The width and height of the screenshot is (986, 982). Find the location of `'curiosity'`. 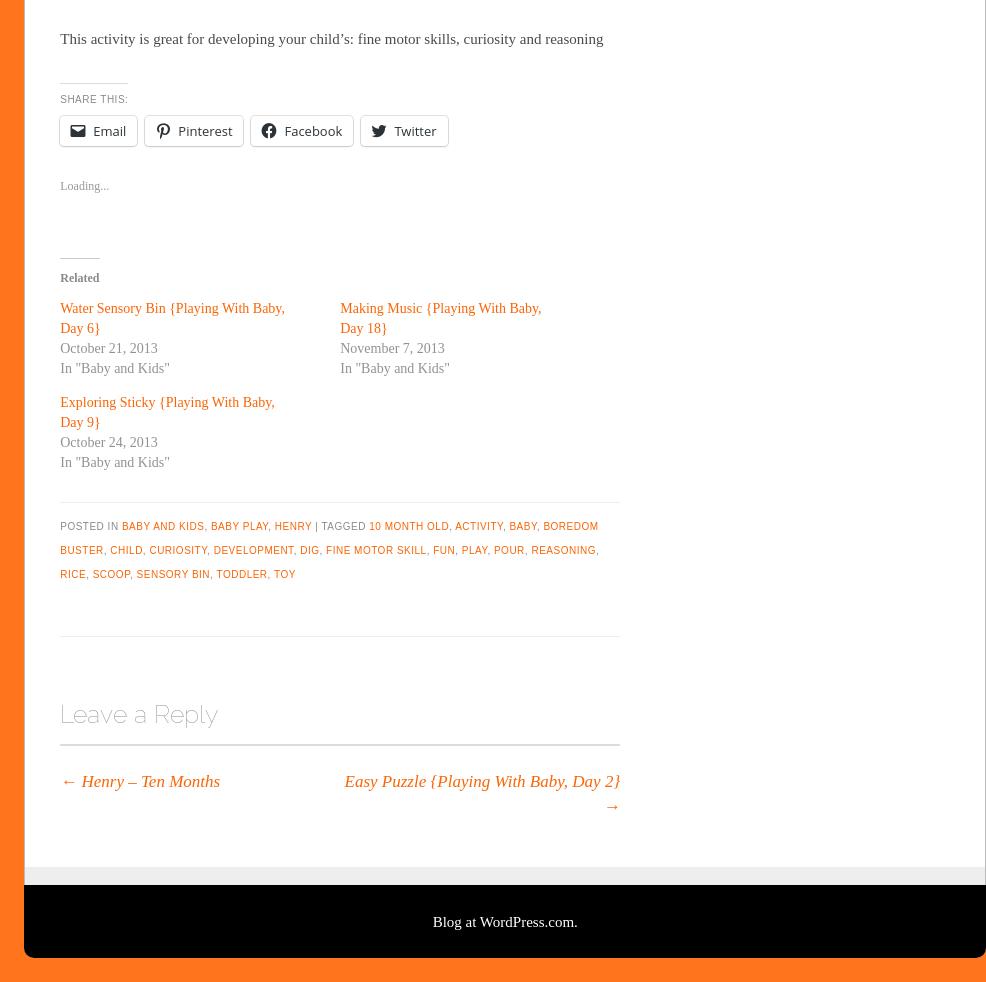

'curiosity' is located at coordinates (176, 549).